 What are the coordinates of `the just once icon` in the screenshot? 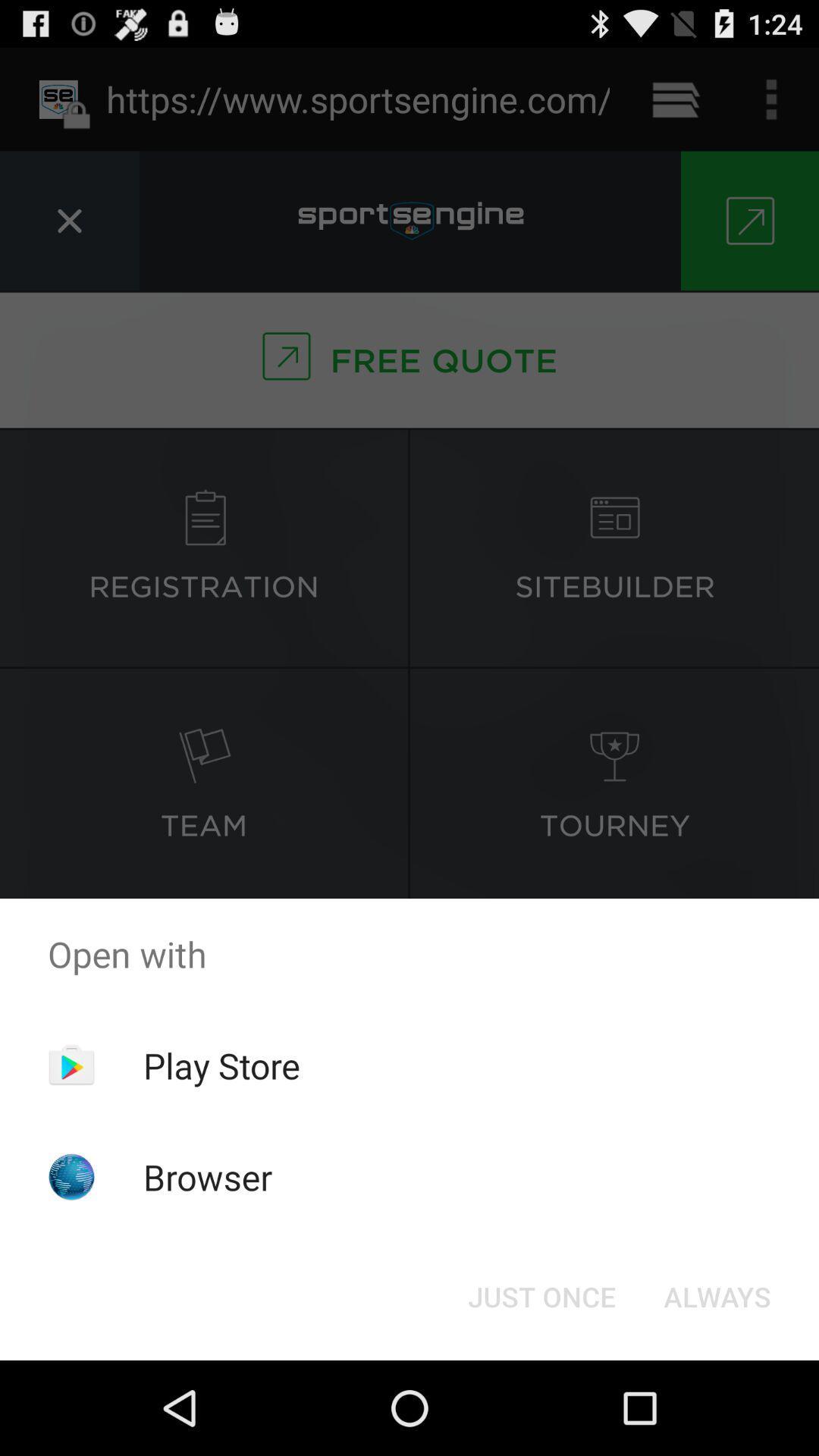 It's located at (541, 1295).